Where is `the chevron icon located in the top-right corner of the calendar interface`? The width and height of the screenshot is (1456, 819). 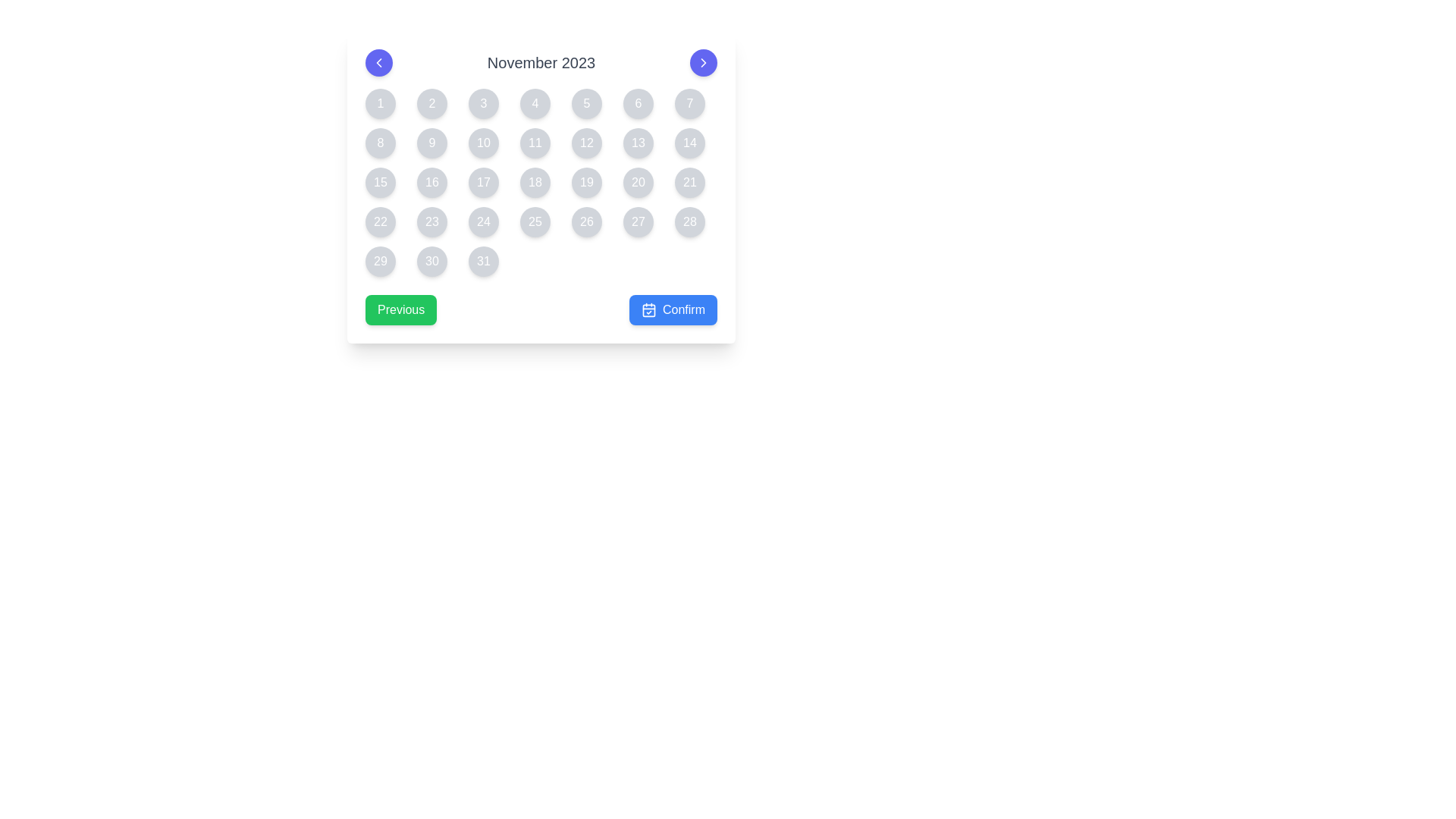
the chevron icon located in the top-right corner of the calendar interface is located at coordinates (702, 62).